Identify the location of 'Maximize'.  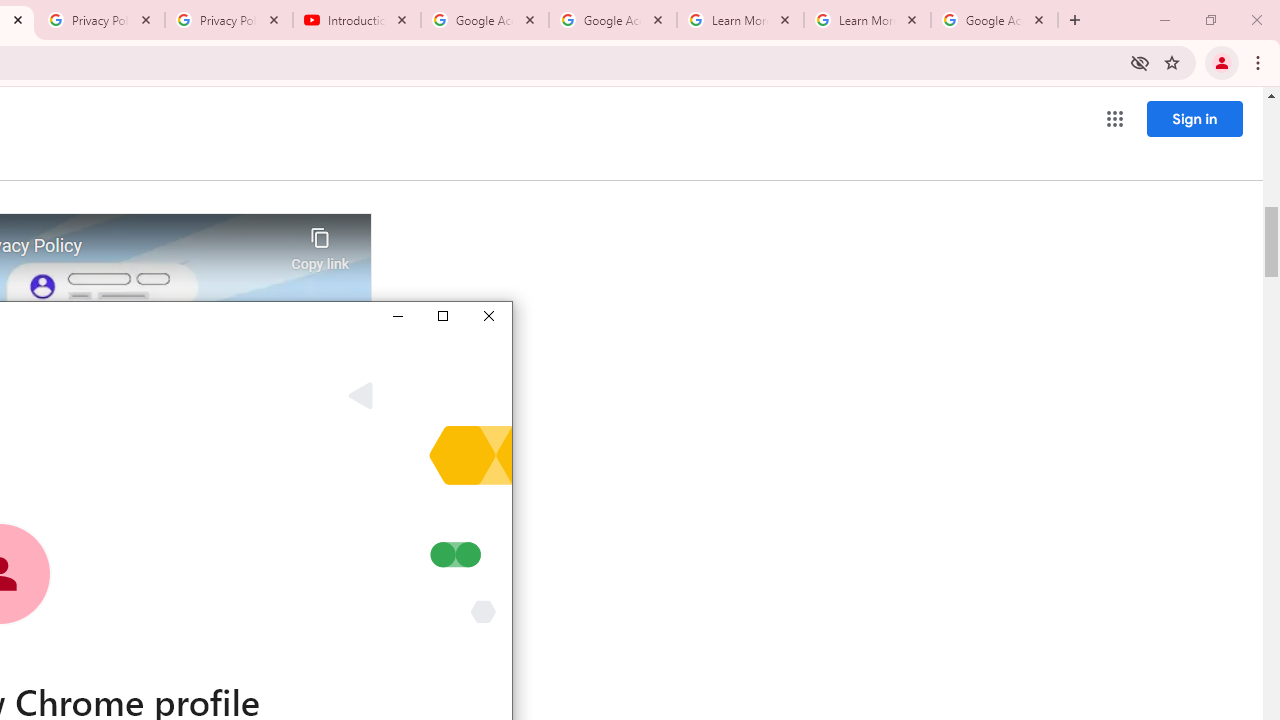
(441, 315).